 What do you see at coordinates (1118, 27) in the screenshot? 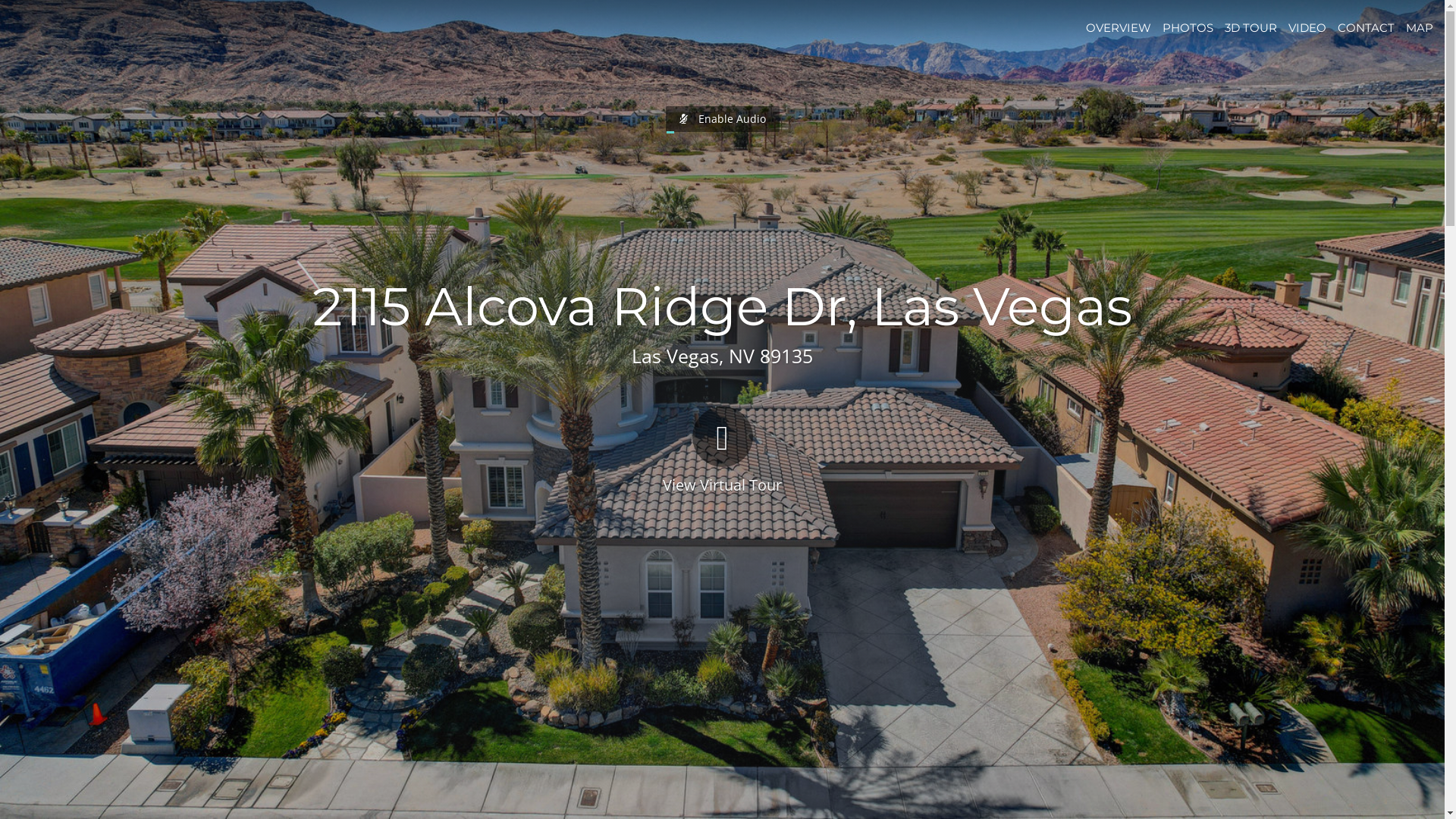
I see `'OVERVIEW'` at bounding box center [1118, 27].